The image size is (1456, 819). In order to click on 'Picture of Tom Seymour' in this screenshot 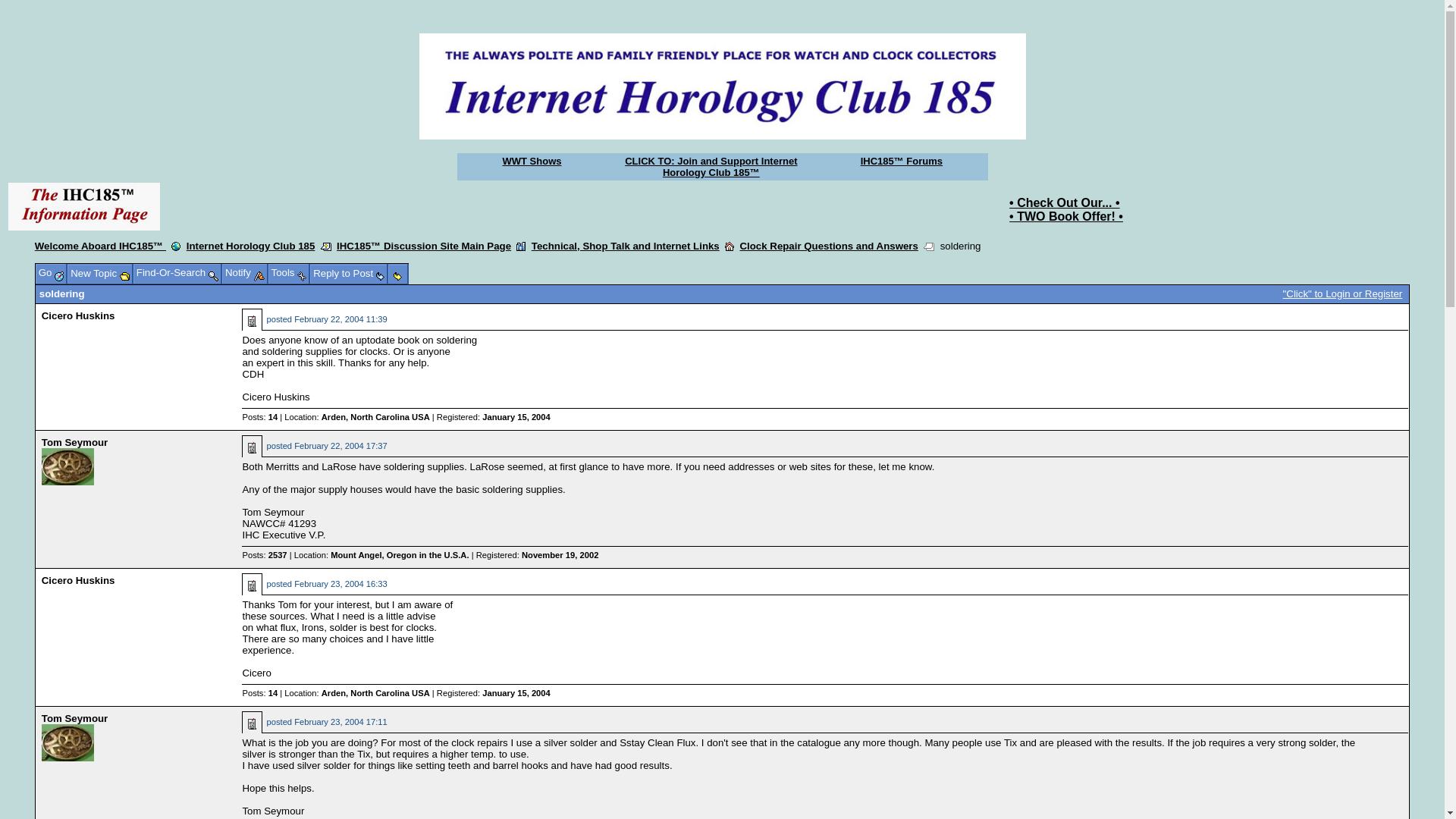, I will do `click(67, 465)`.